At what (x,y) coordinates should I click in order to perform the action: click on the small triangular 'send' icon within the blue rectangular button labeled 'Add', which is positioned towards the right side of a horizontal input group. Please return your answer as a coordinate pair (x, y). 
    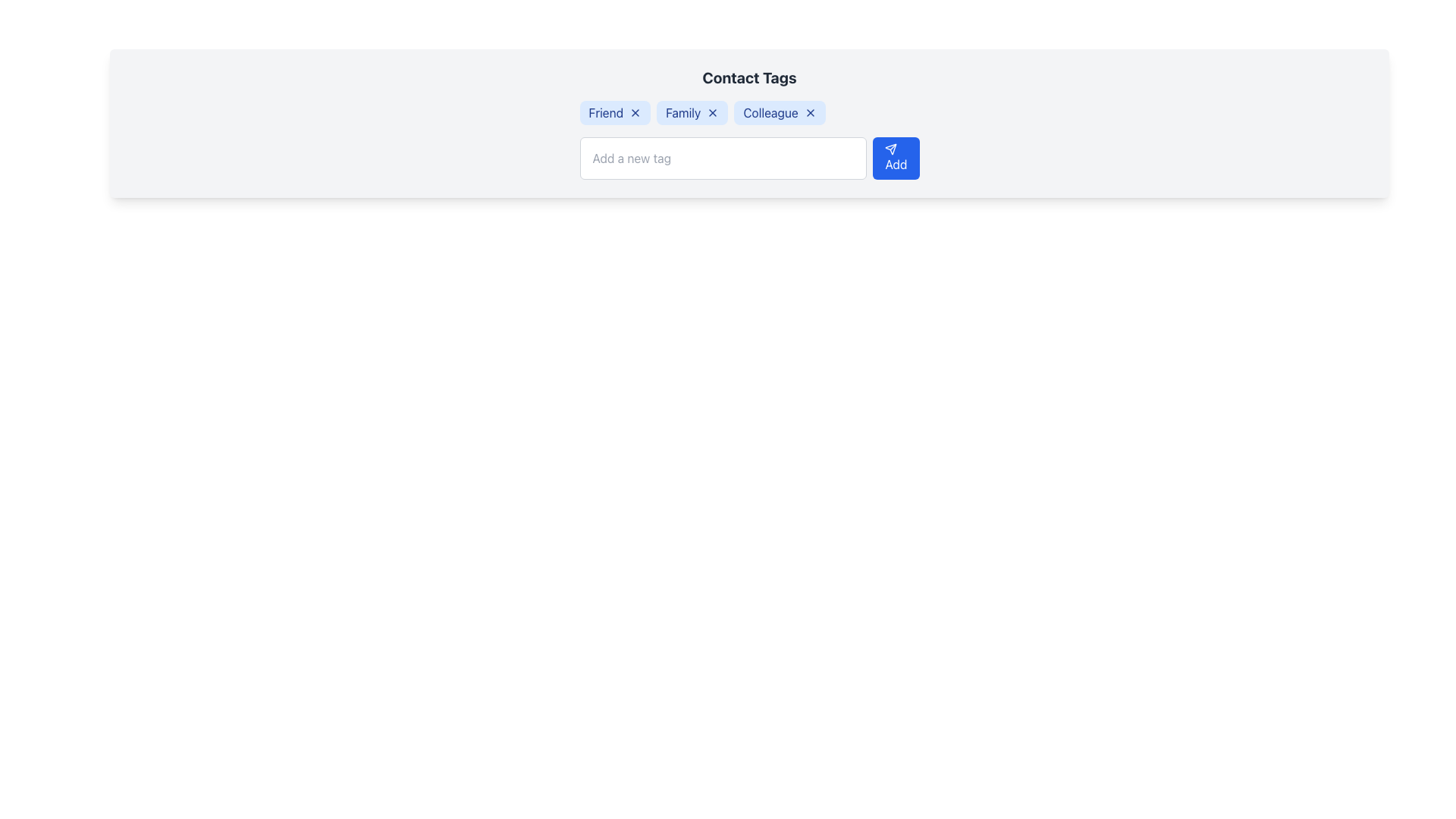
    Looking at the image, I should click on (891, 149).